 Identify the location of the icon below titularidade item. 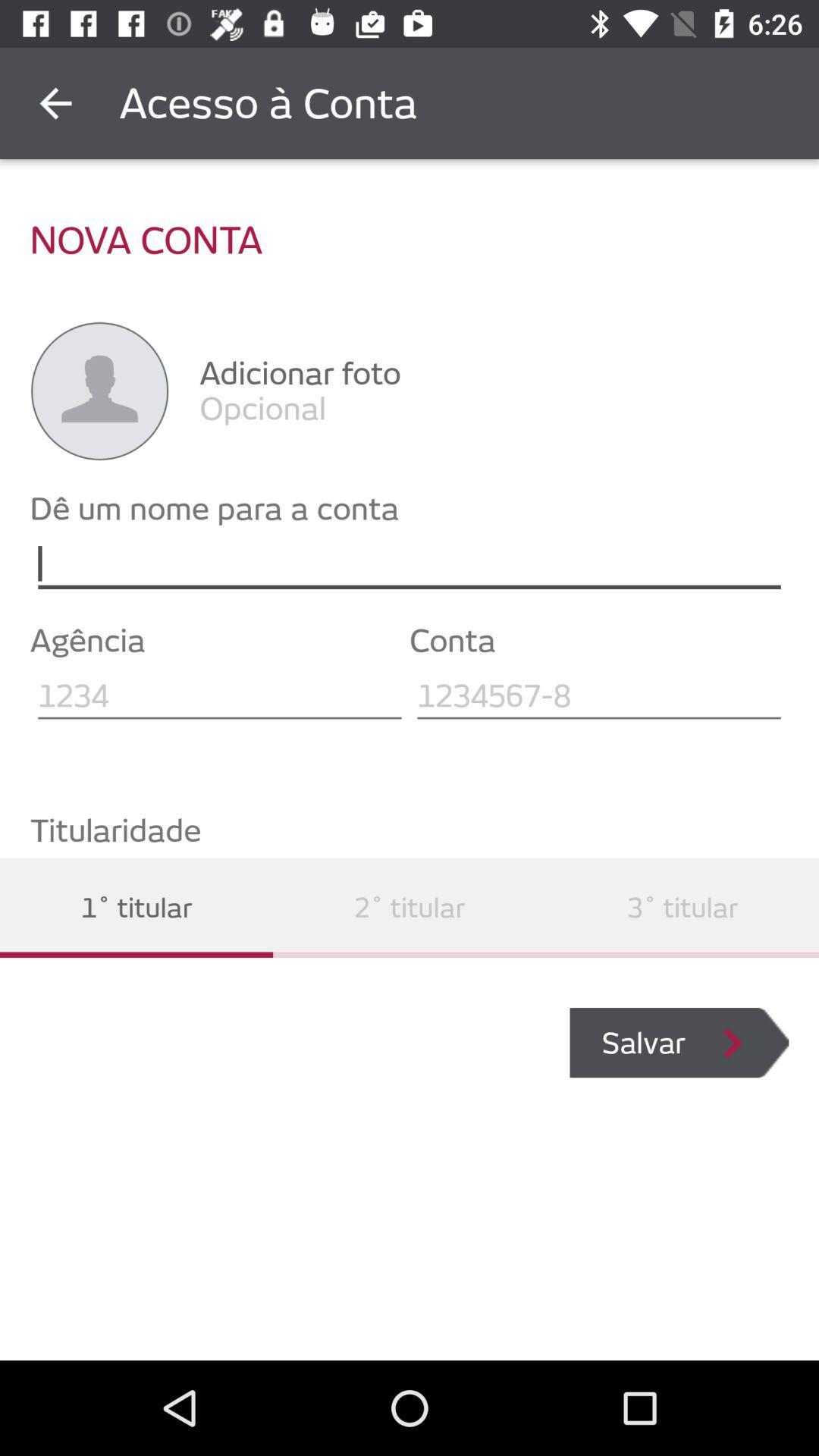
(681, 908).